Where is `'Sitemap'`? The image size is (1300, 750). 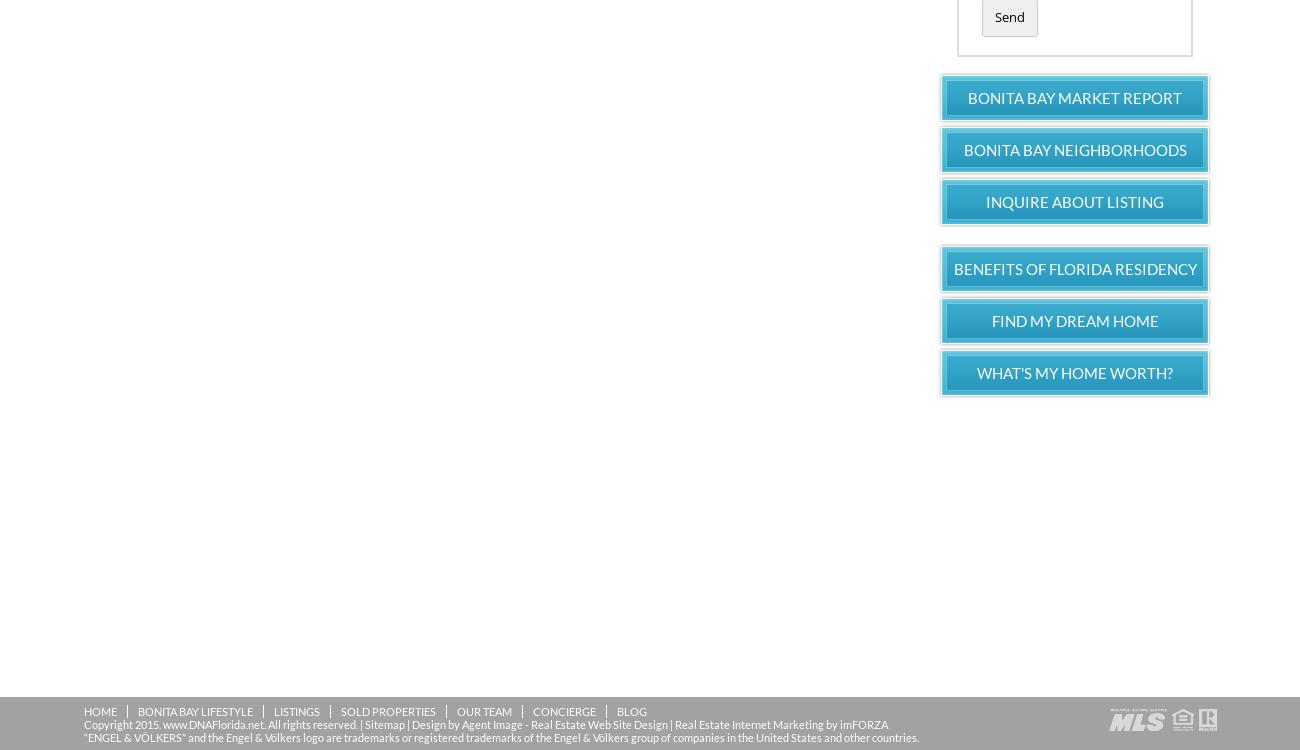 'Sitemap' is located at coordinates (384, 722).